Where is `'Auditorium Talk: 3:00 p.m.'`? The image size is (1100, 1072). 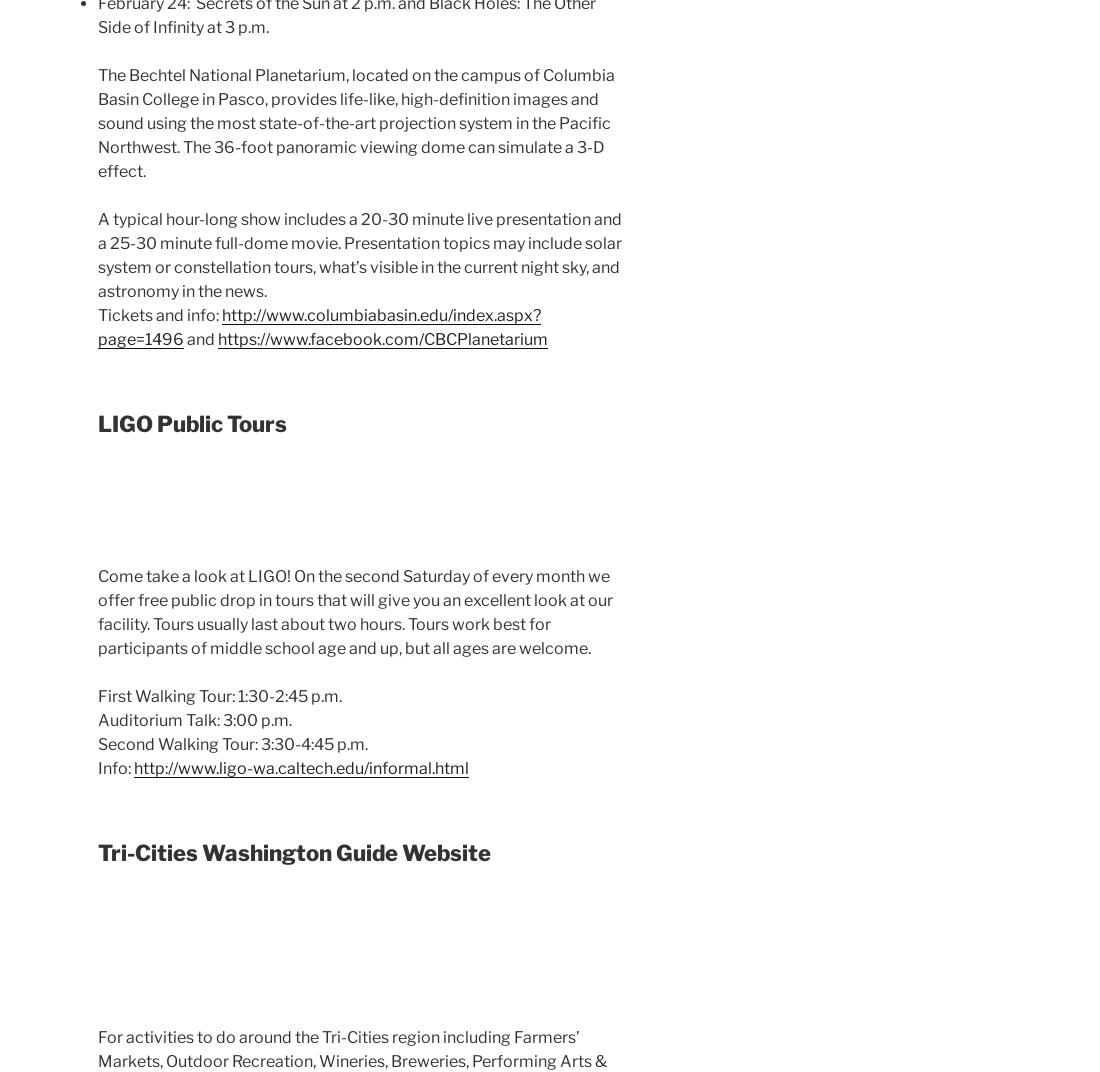
'Auditorium Talk: 3:00 p.m.' is located at coordinates (194, 718).